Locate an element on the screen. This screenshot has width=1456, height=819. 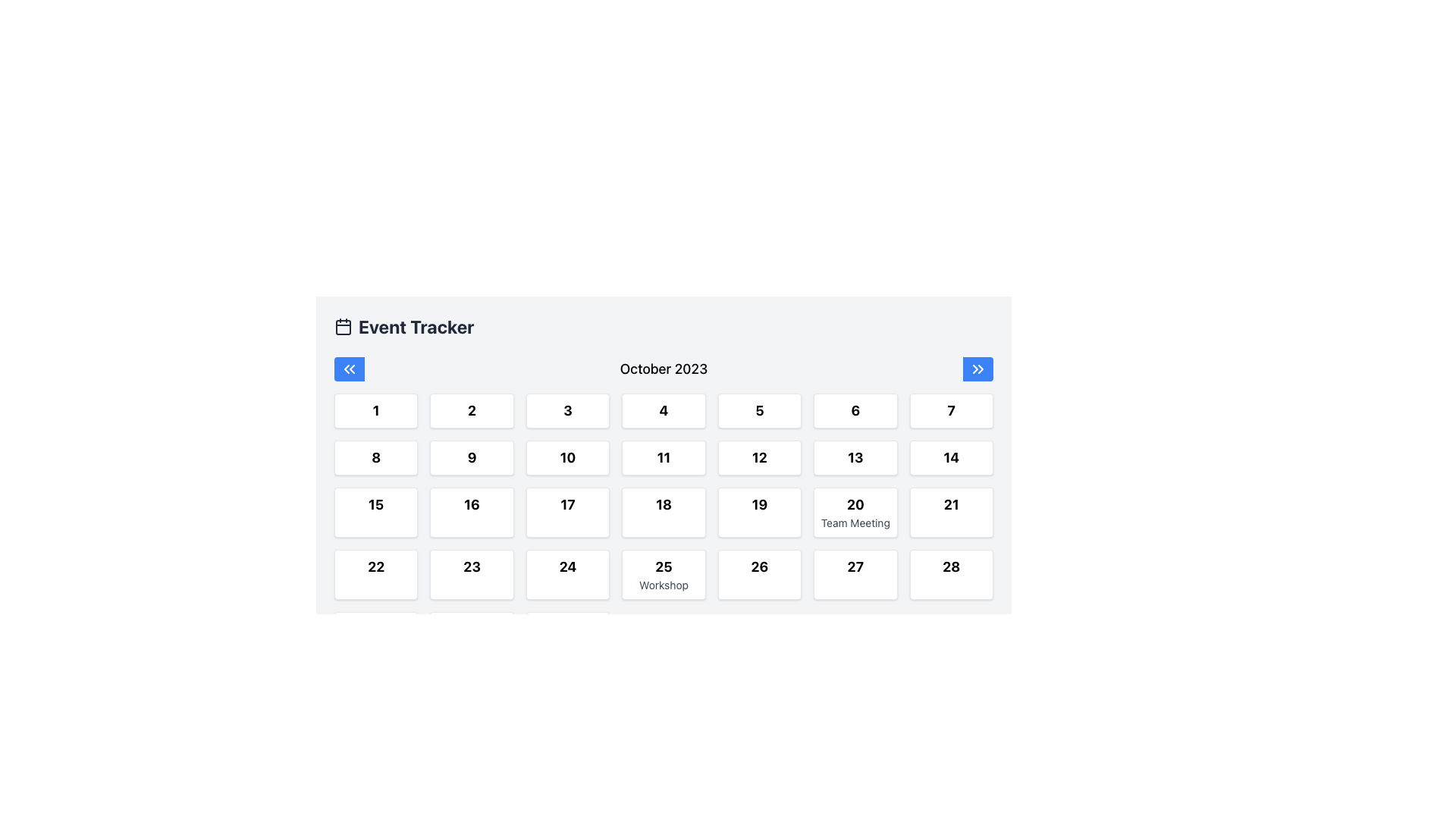
the button displaying the number '10' with rounded corners and a shadow effect, located in the second row of a 7-column grid layout is located at coordinates (566, 457).